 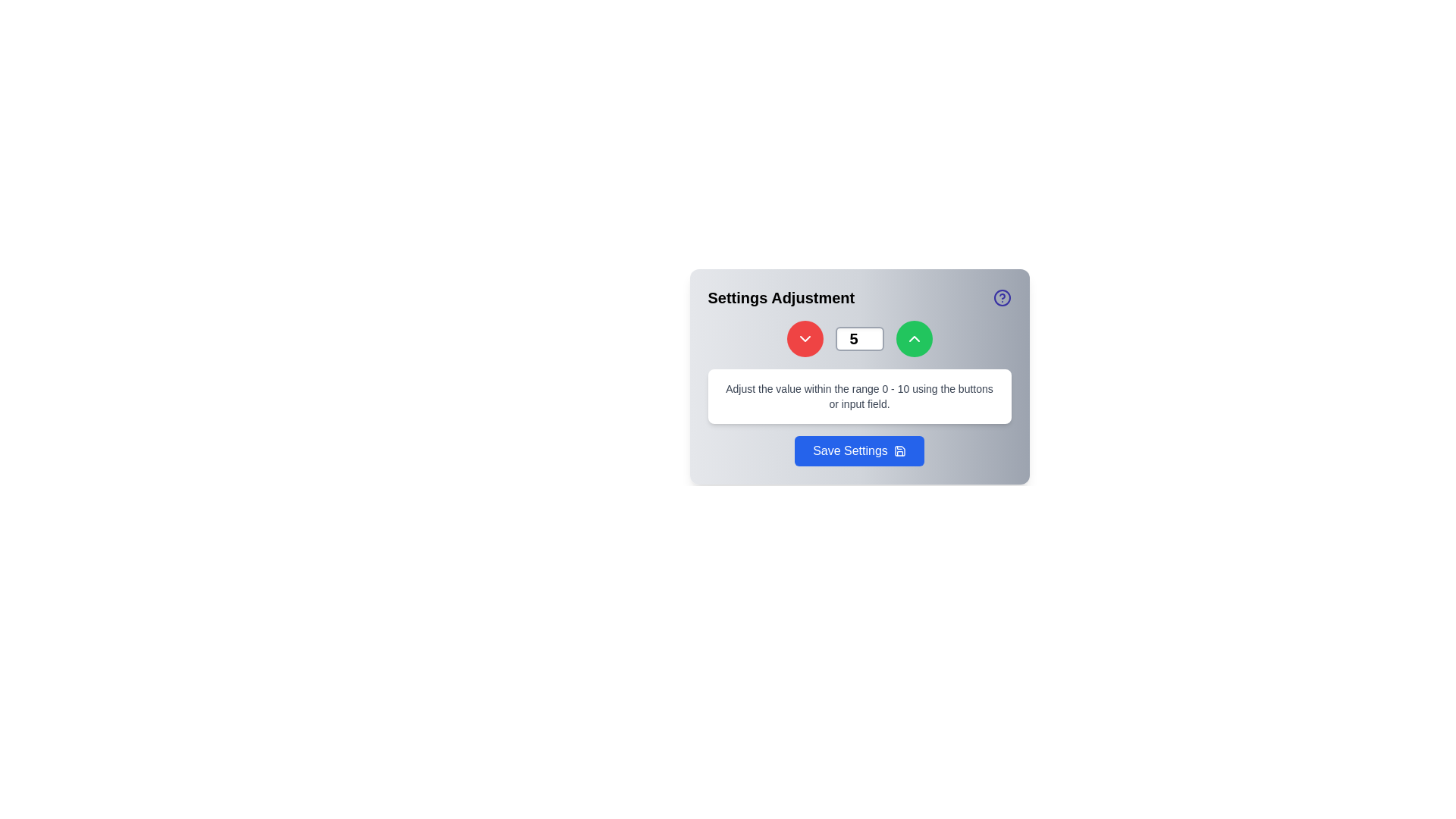 What do you see at coordinates (1002, 298) in the screenshot?
I see `the circular part of the question-mark icon located in the top-right corner of the settings dialog box` at bounding box center [1002, 298].